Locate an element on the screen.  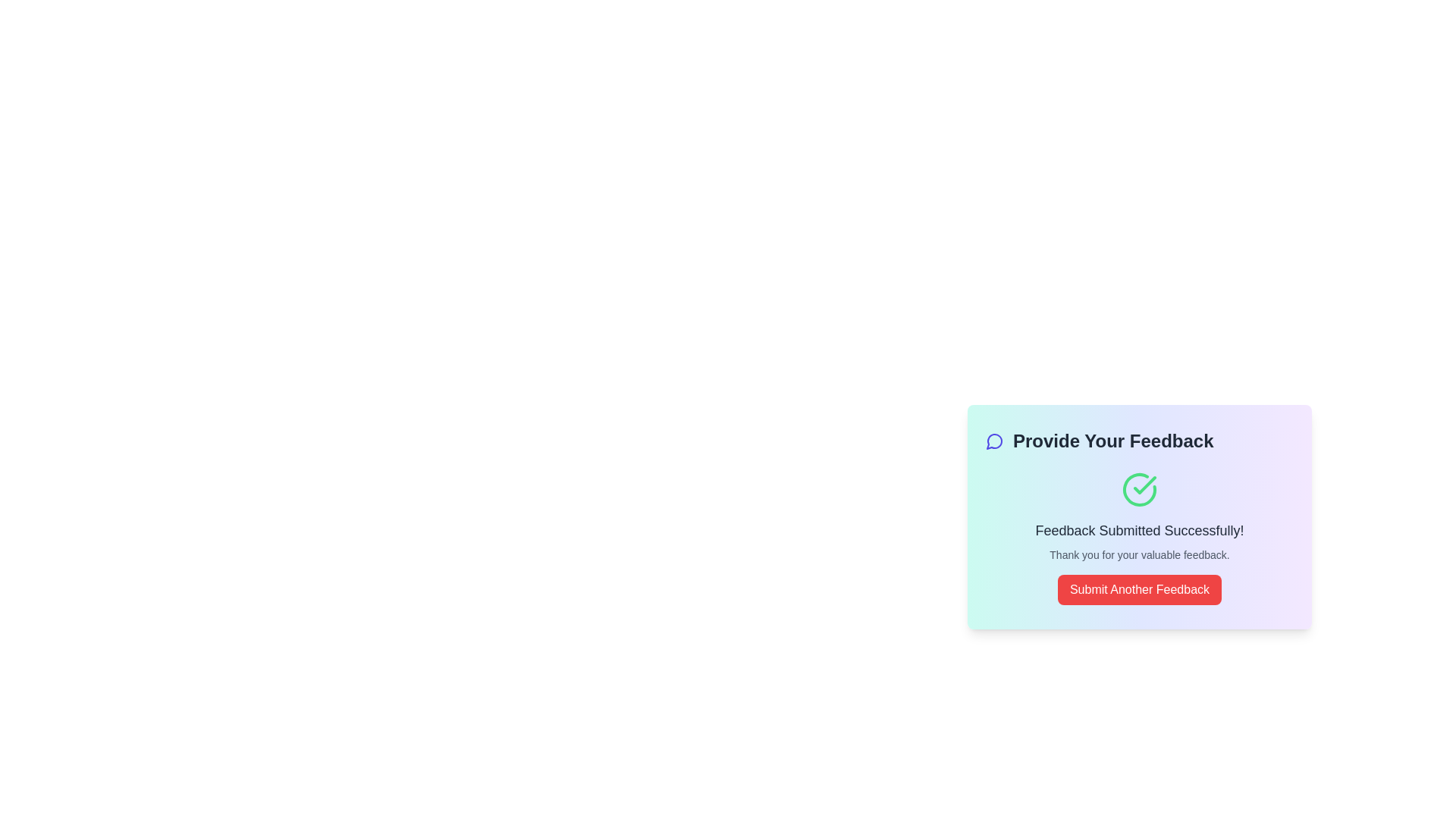
text label that serves as the main heading for the feedback submission interface, located at the center panel above the green checkmark icon is located at coordinates (1139, 441).